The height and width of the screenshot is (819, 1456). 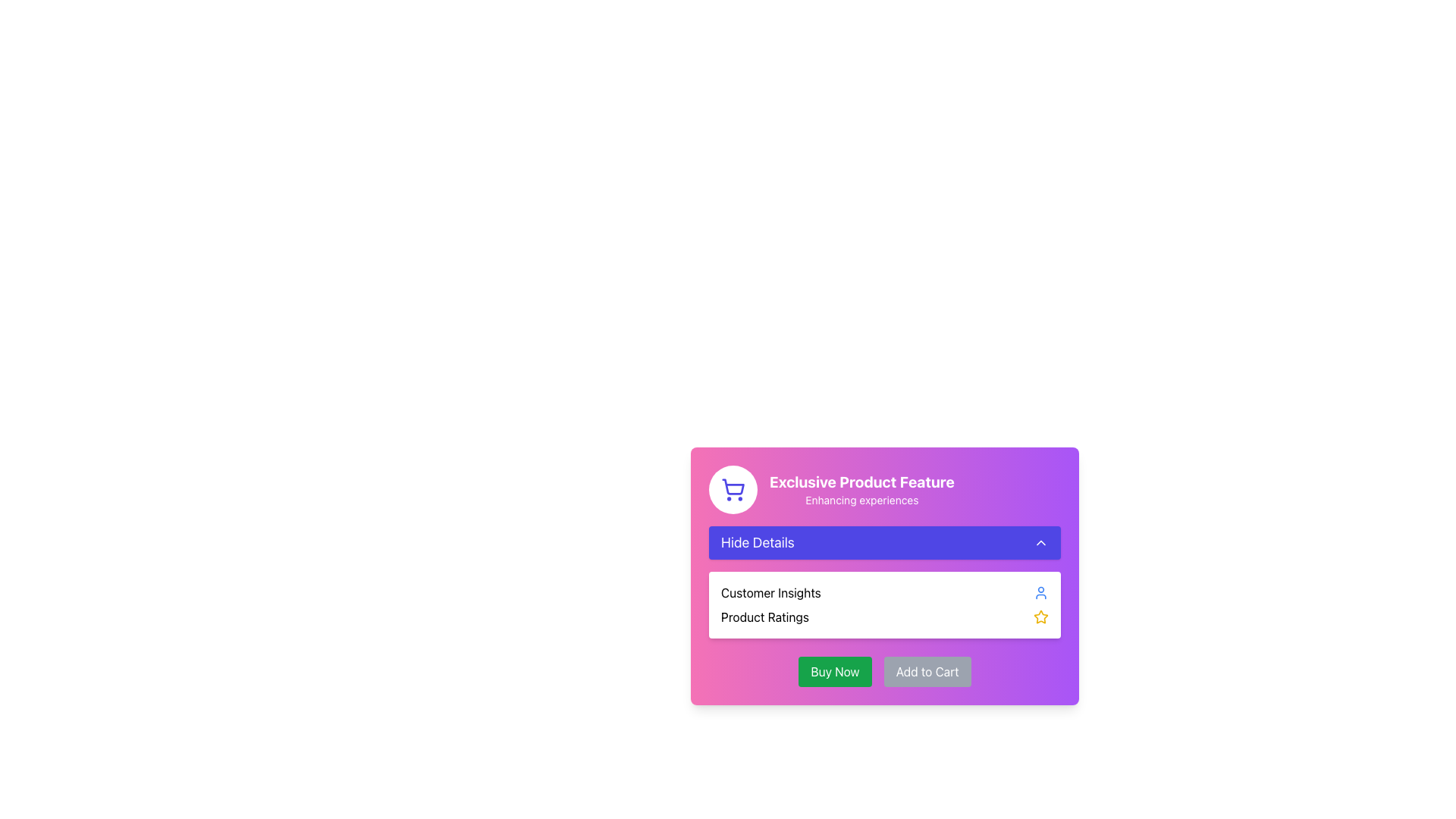 I want to click on the star icon with a yellow outline located in the 'Product Ratings' row to rate or interact, so click(x=1040, y=617).